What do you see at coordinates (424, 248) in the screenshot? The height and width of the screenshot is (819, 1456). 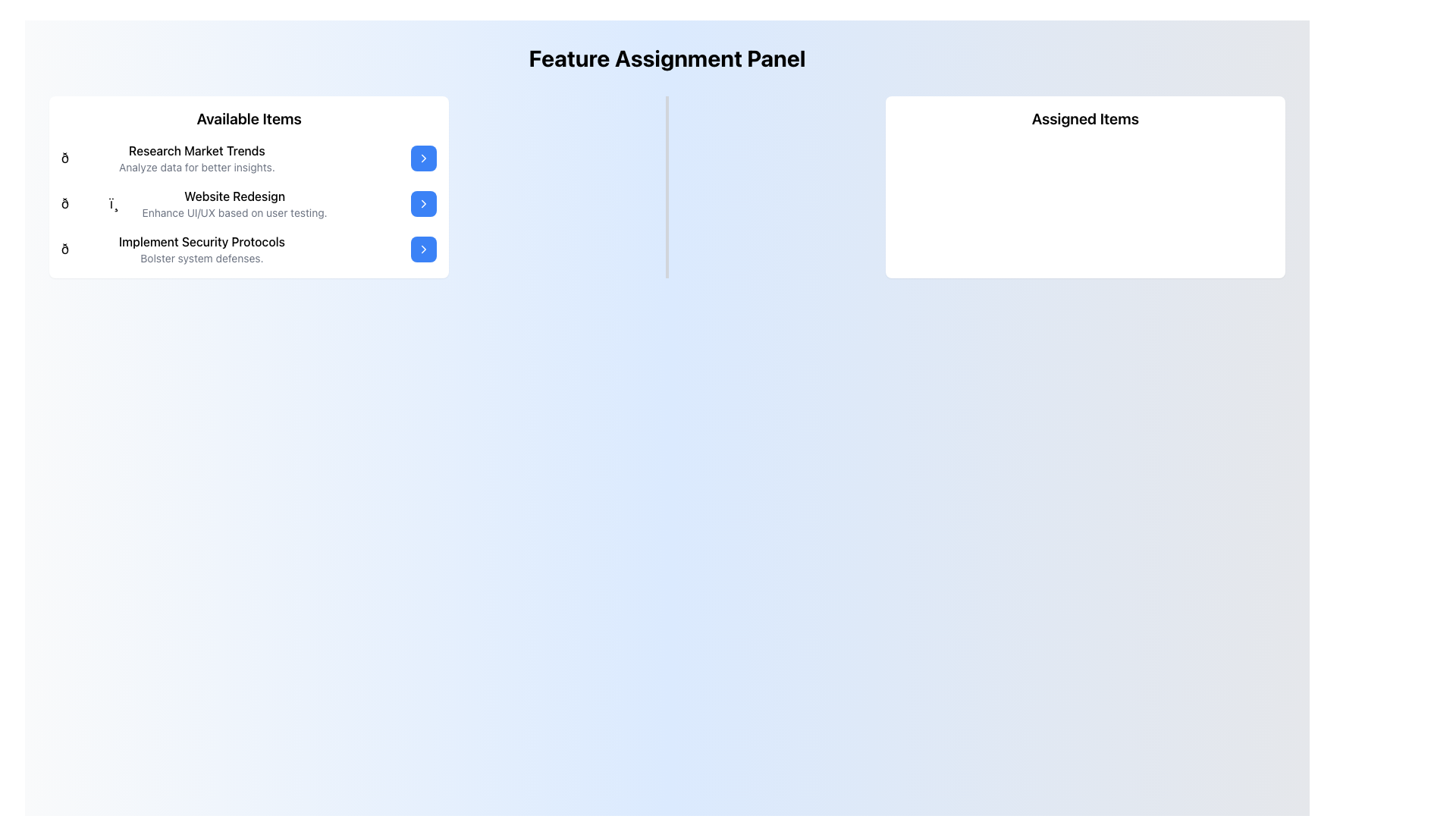 I see `the right-pointing chevron SVG icon located in the 'Implement Security Protocols' row of the 'Available Items' list` at bounding box center [424, 248].